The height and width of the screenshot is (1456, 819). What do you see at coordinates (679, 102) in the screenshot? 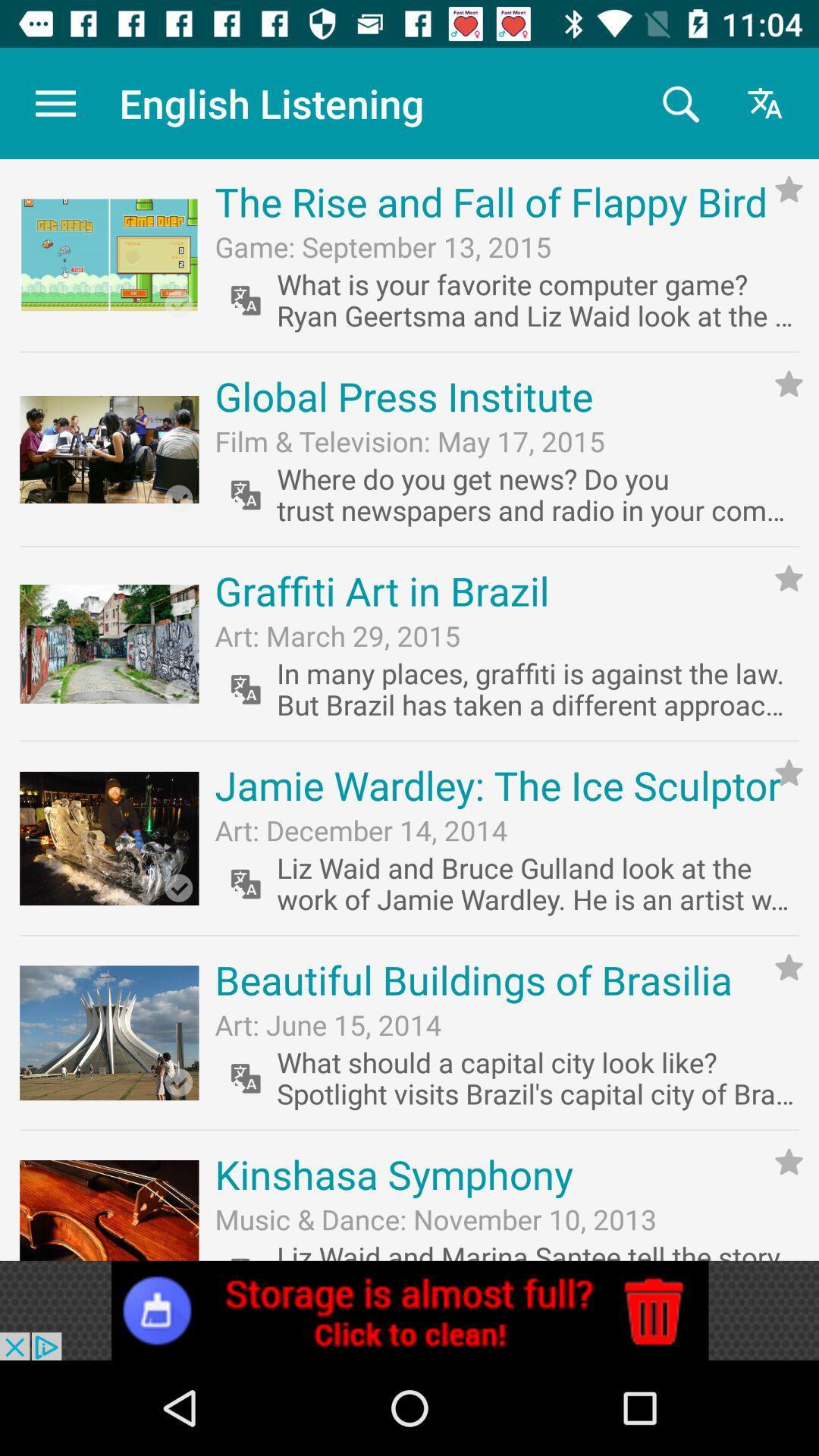
I see `the search icon` at bounding box center [679, 102].